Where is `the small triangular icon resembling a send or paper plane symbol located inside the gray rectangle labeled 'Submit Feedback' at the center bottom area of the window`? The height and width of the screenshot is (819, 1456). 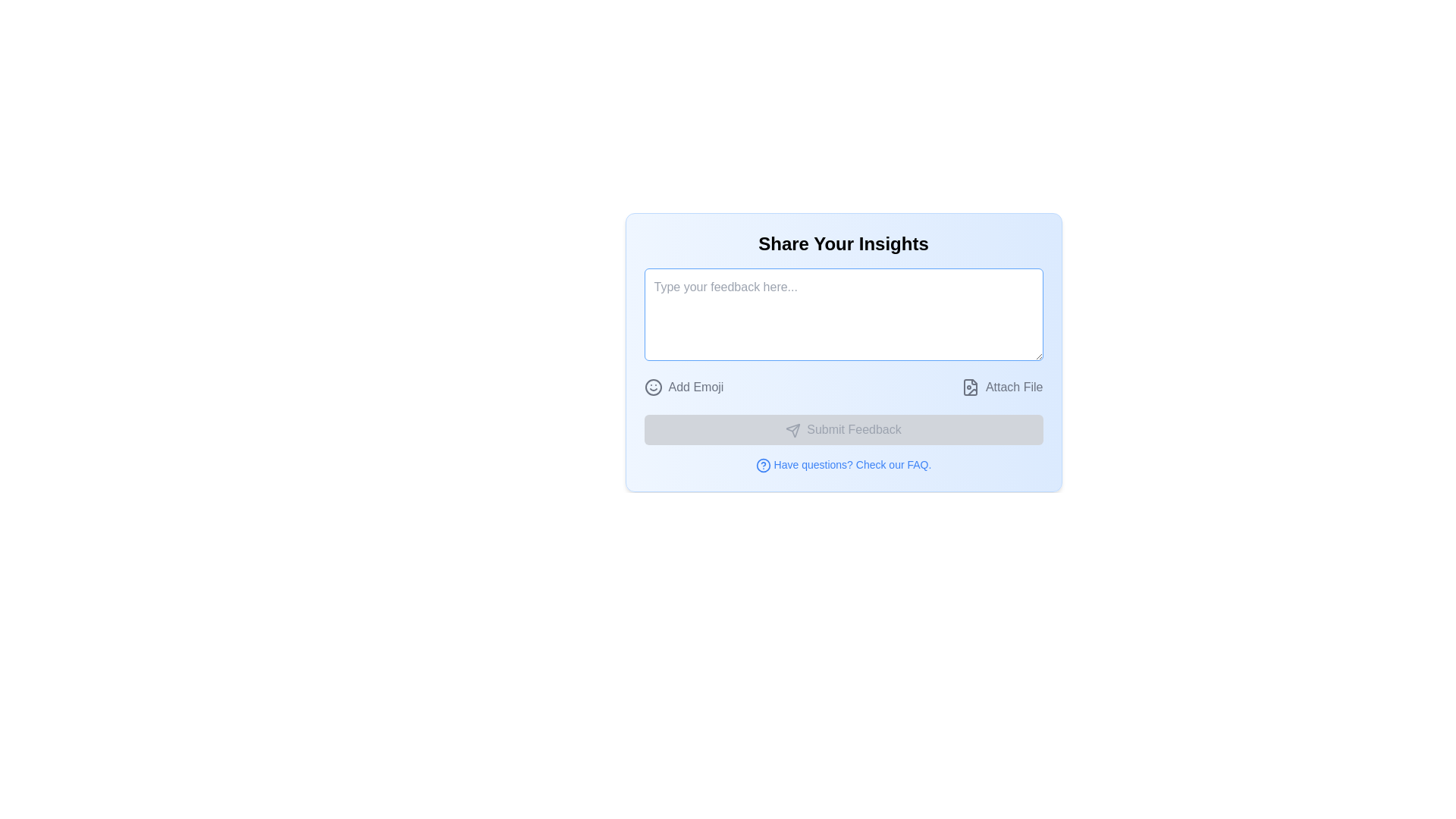 the small triangular icon resembling a send or paper plane symbol located inside the gray rectangle labeled 'Submit Feedback' at the center bottom area of the window is located at coordinates (792, 430).